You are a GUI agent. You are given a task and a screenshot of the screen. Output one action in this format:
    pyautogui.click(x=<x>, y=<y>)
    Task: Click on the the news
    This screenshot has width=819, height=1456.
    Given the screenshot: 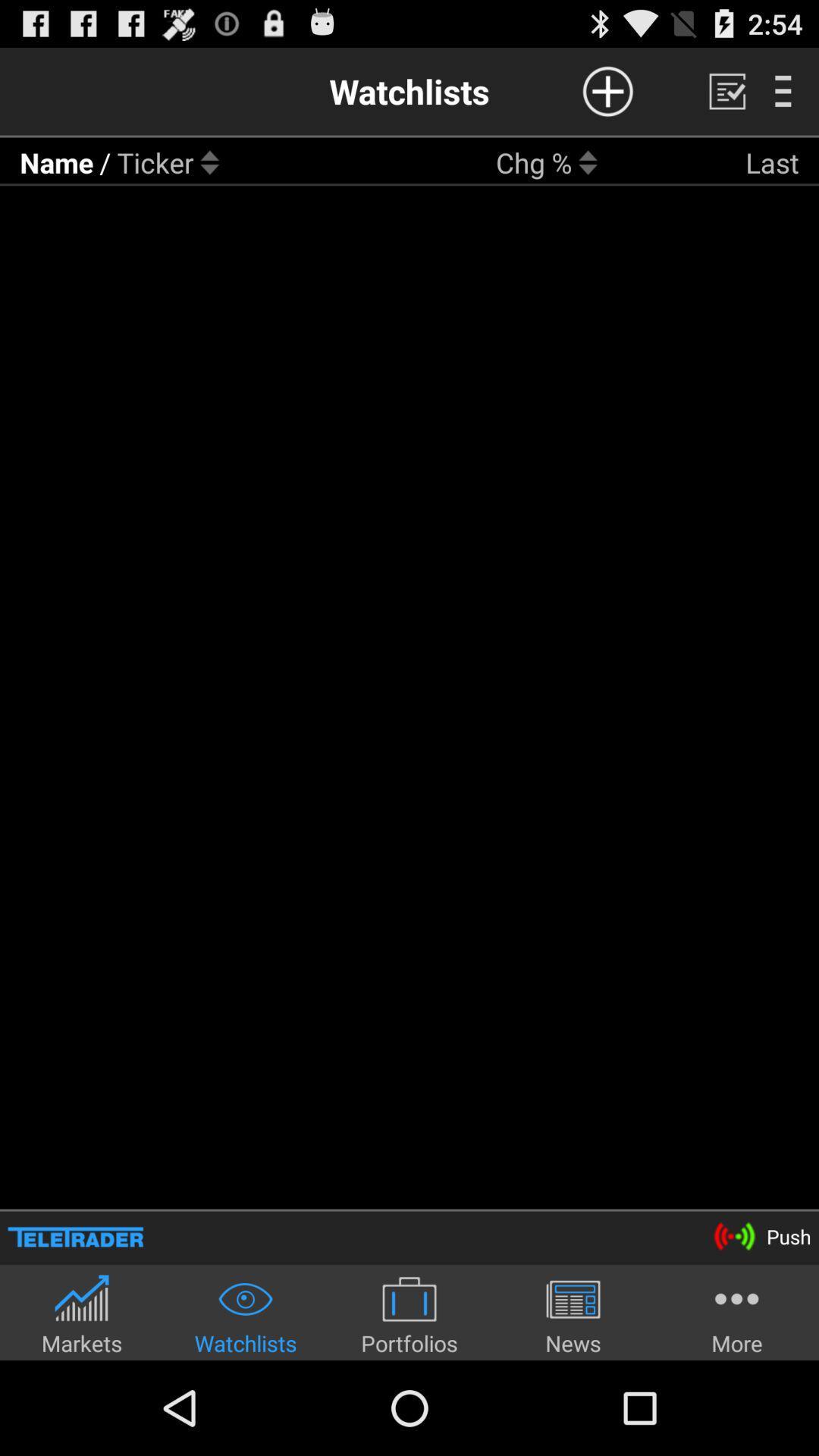 What is the action you would take?
    pyautogui.click(x=573, y=1313)
    